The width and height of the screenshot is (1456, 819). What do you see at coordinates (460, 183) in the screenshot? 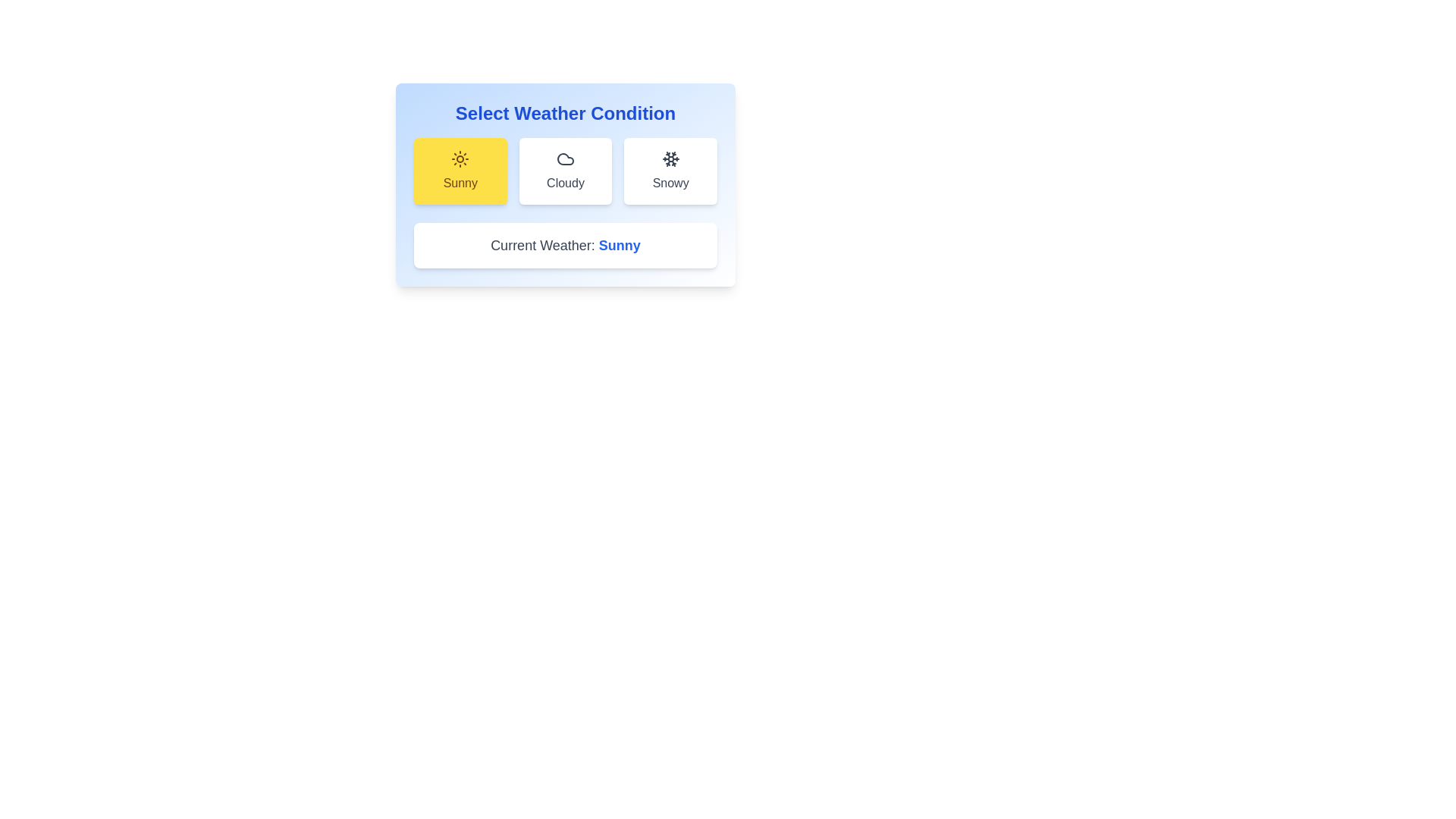
I see `to select the weather condition labeled 'Sunny' on the yellow rectangular card, which is the first card in a row of three weather condition cards` at bounding box center [460, 183].